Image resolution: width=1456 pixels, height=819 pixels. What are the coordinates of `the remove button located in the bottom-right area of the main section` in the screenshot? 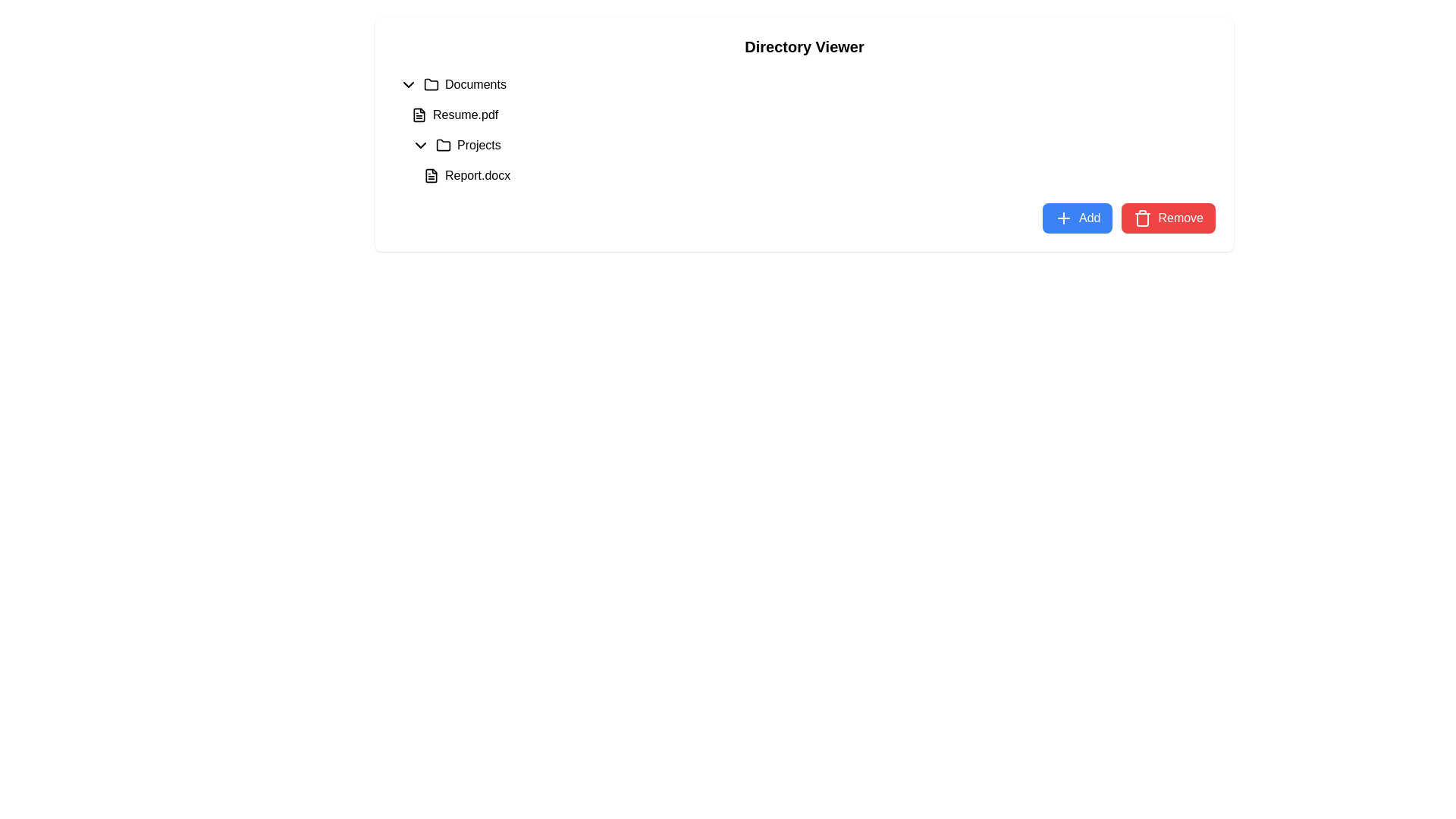 It's located at (1168, 218).